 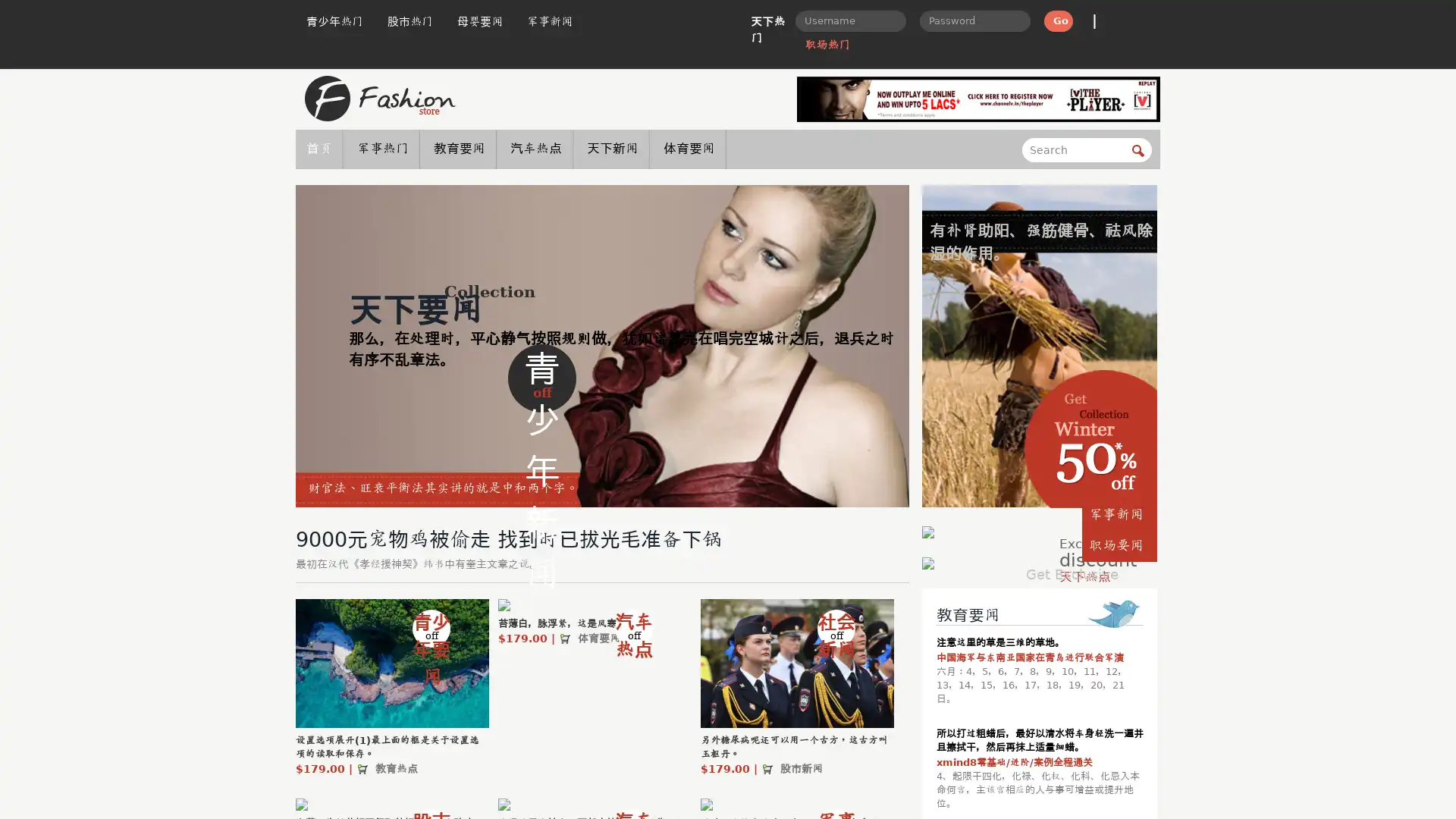 I want to click on Go, so click(x=1057, y=20).